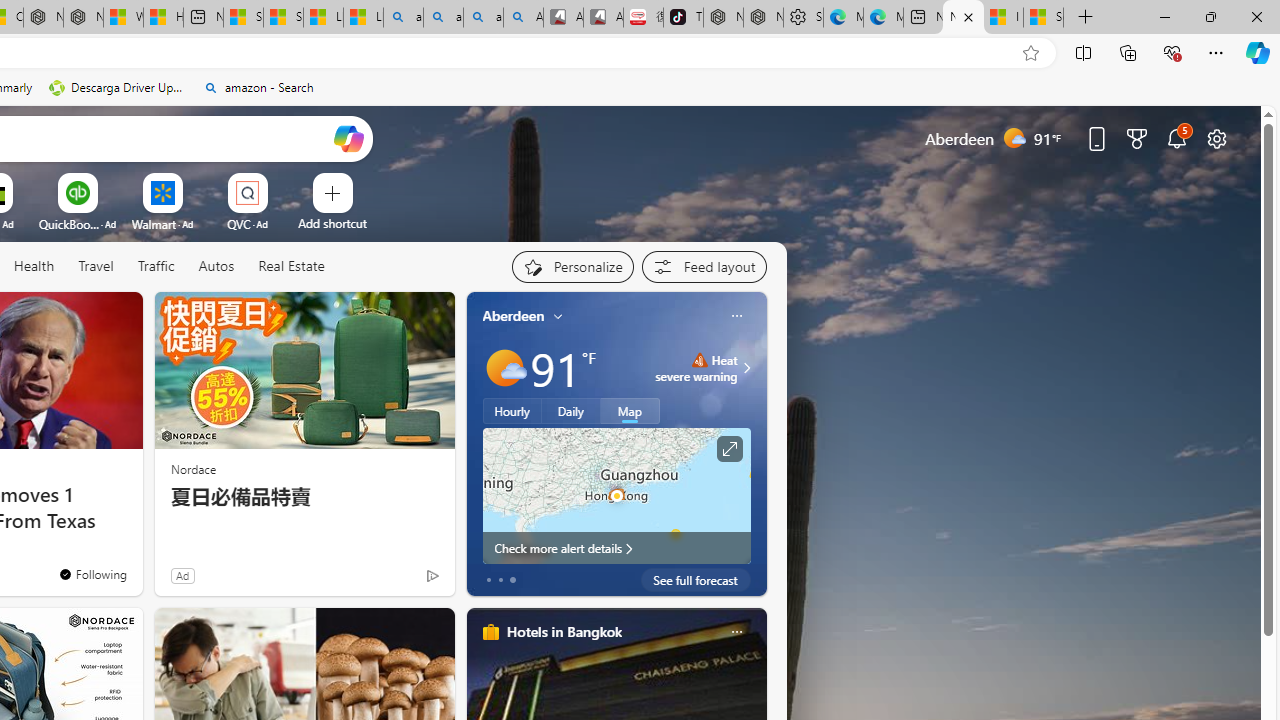 This screenshot has height=720, width=1280. What do you see at coordinates (704, 266) in the screenshot?
I see `'Feed settings'` at bounding box center [704, 266].